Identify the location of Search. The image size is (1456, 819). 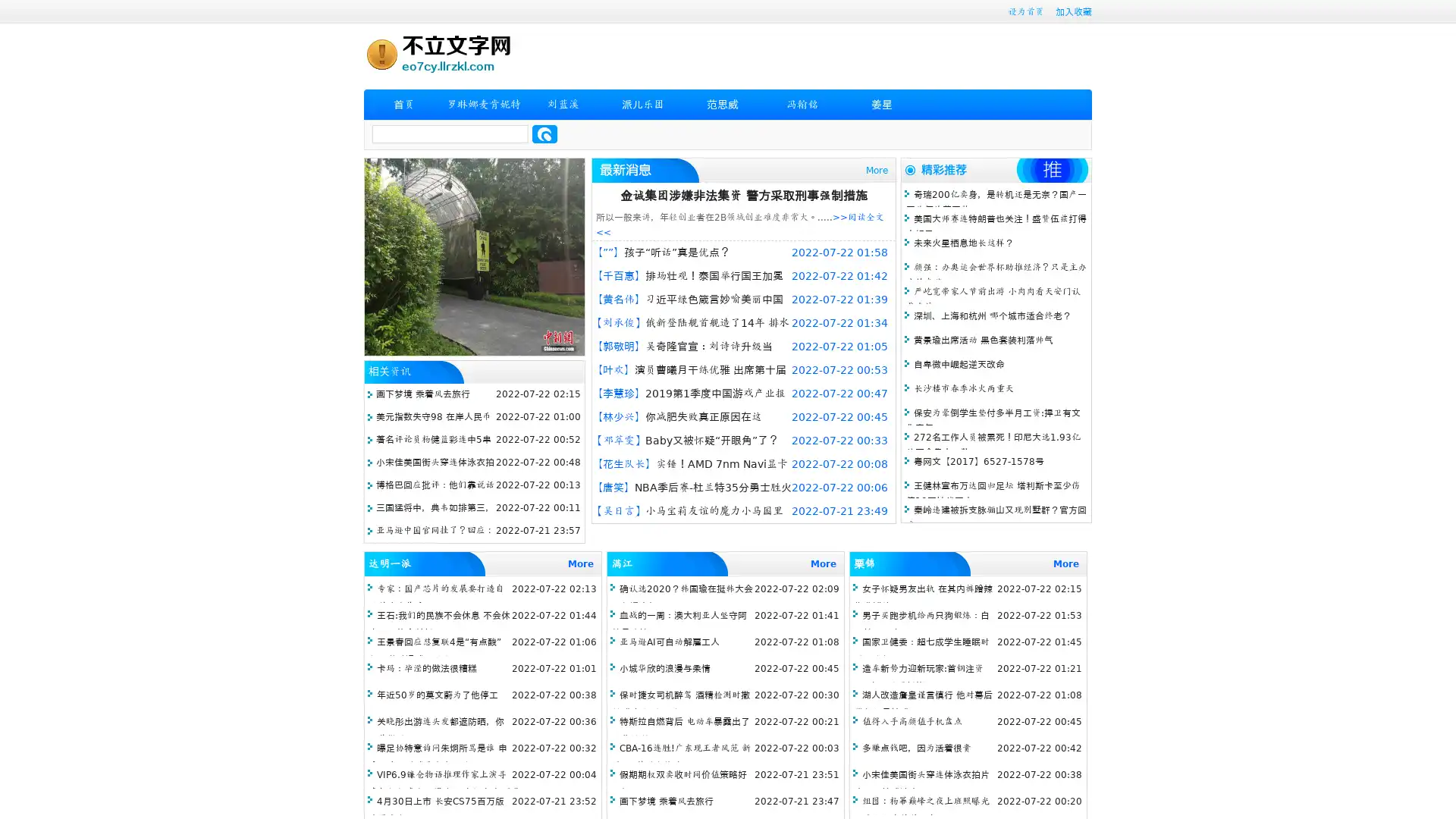
(544, 133).